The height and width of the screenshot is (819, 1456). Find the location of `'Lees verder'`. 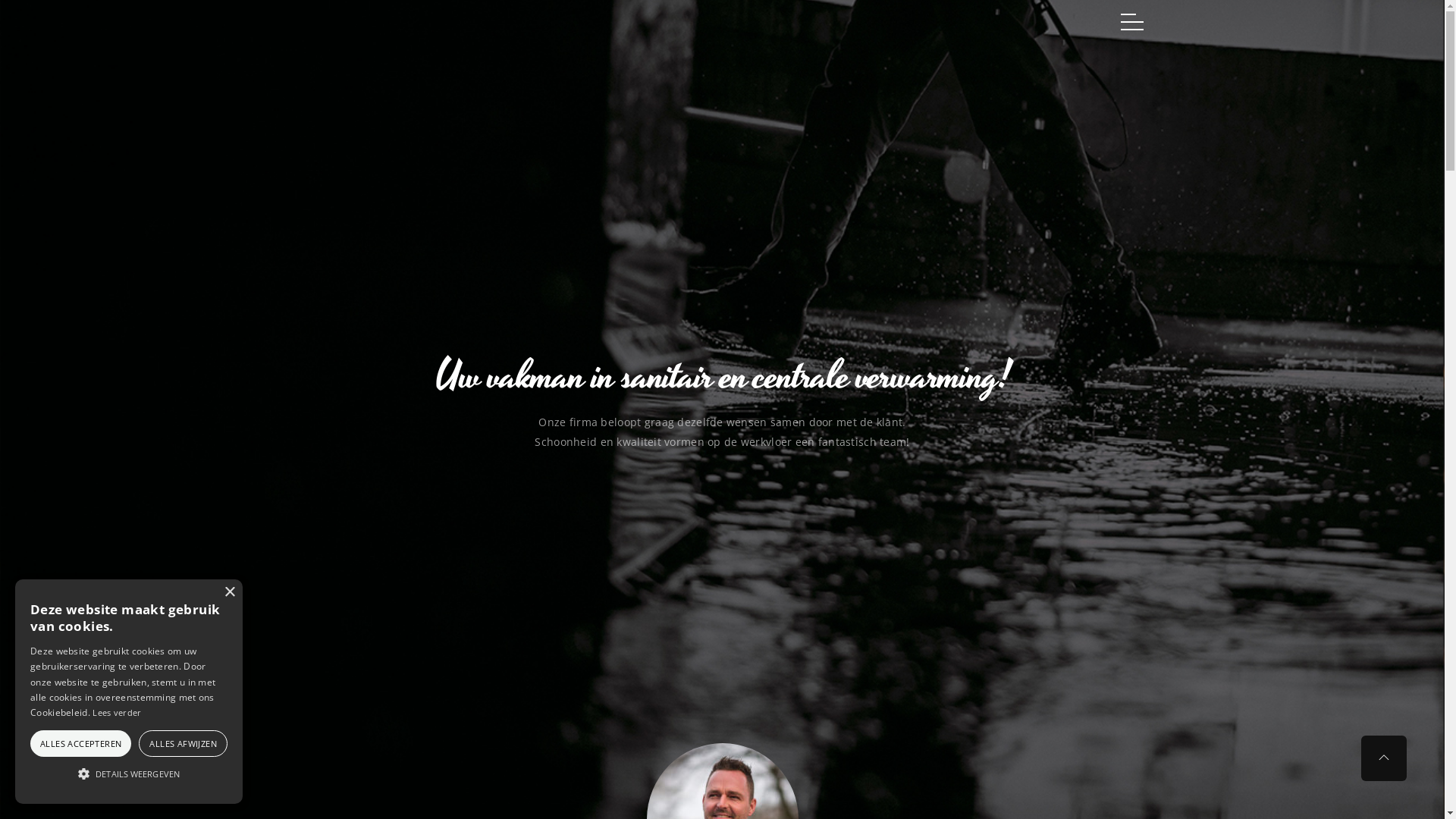

'Lees verder' is located at coordinates (115, 712).